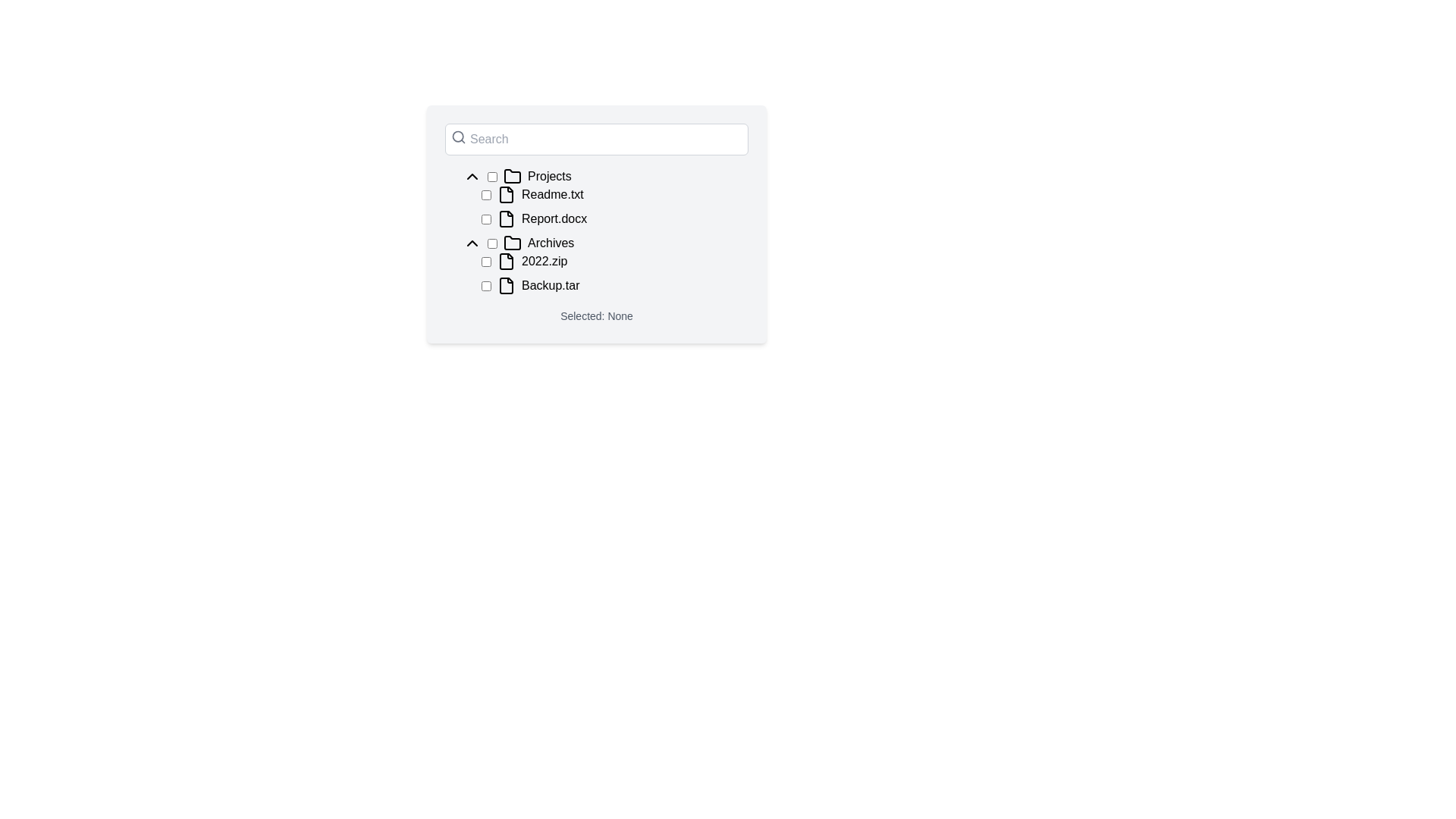 This screenshot has width=1456, height=819. What do you see at coordinates (506, 194) in the screenshot?
I see `the file icon representing 'Readme.txt' located in the 'Projects' section, positioned between a checkbox and the text 'Readme.txt'` at bounding box center [506, 194].